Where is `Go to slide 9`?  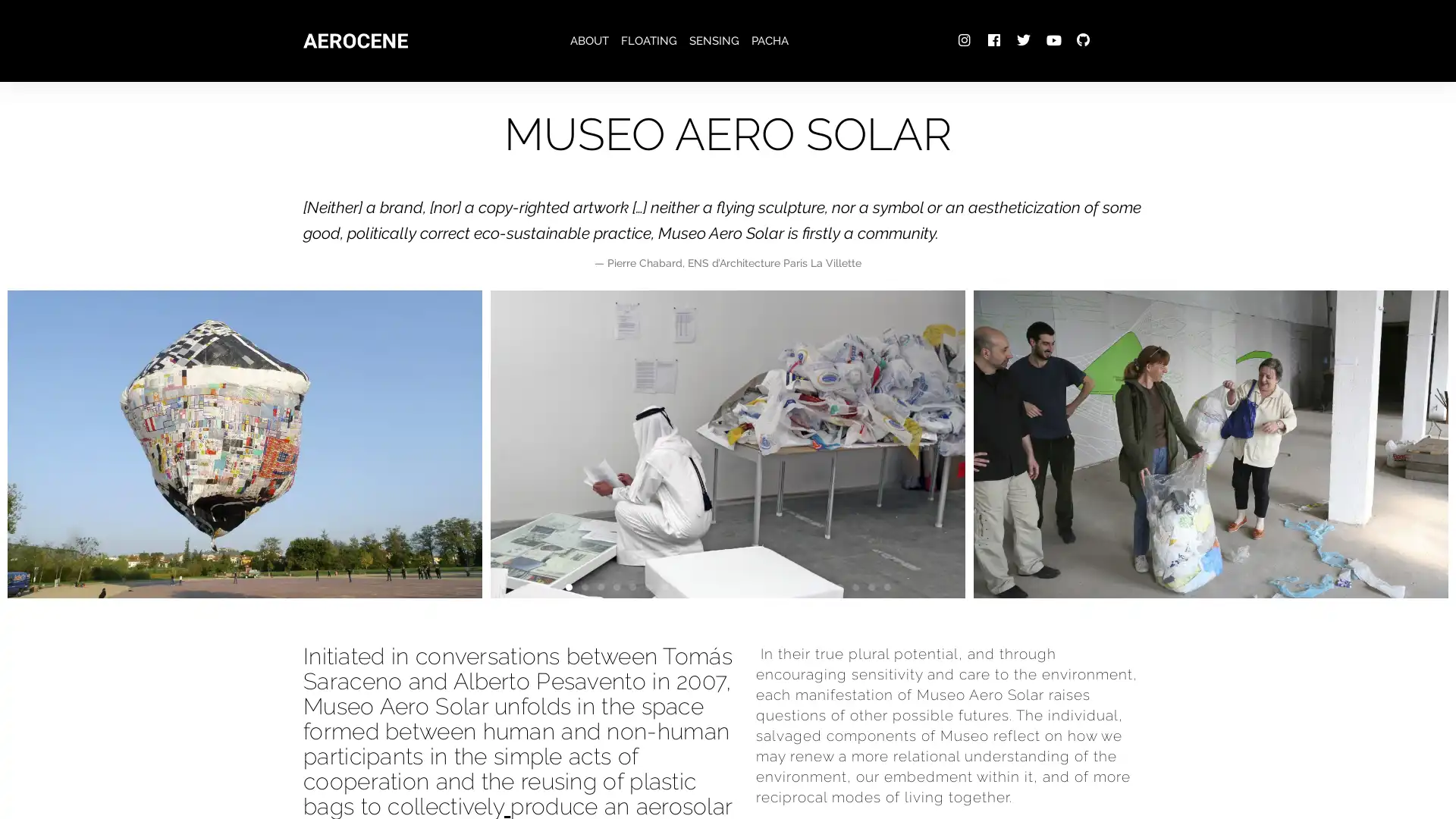
Go to slide 9 is located at coordinates (695, 586).